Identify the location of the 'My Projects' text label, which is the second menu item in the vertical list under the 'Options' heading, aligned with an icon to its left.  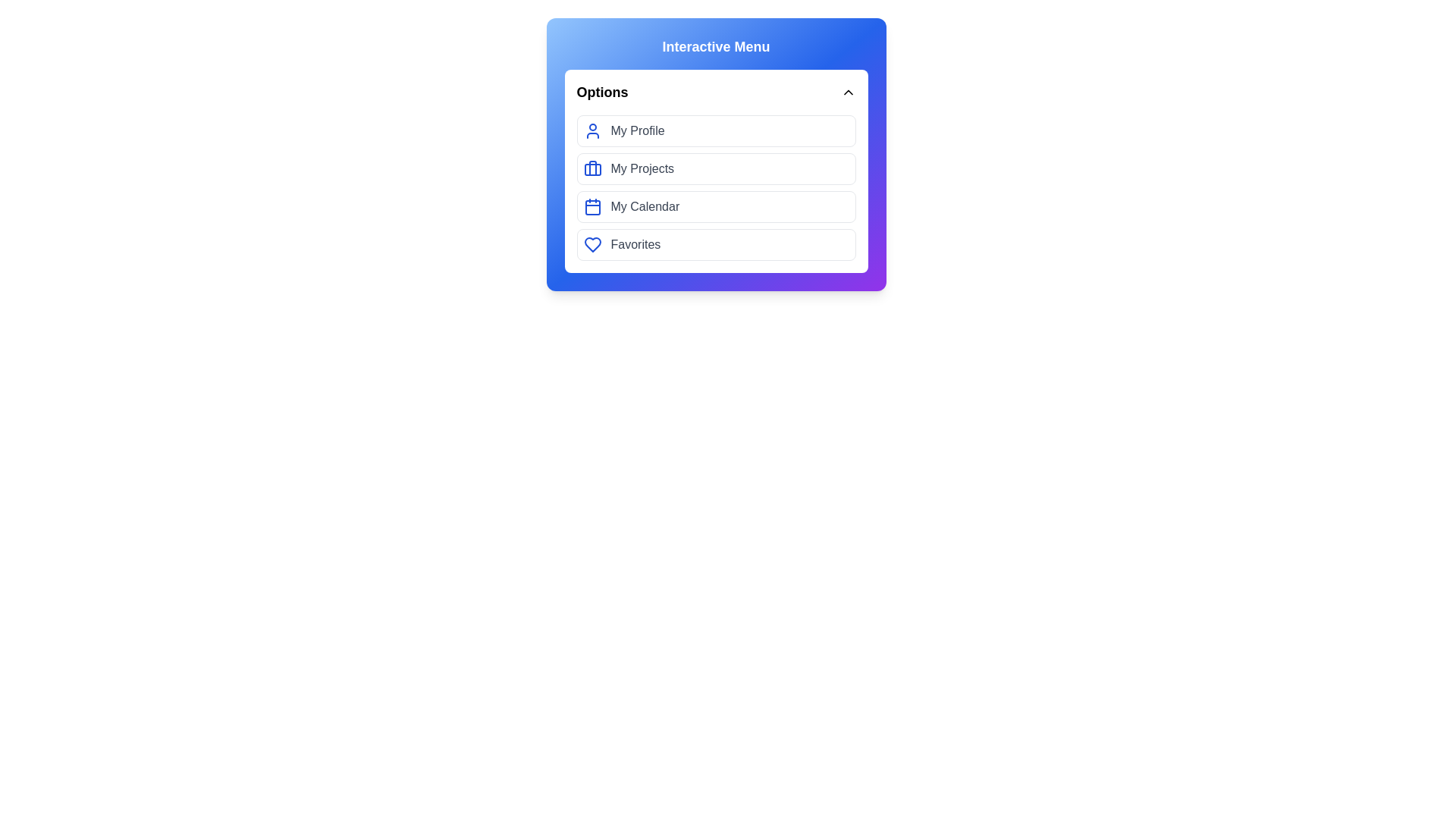
(642, 169).